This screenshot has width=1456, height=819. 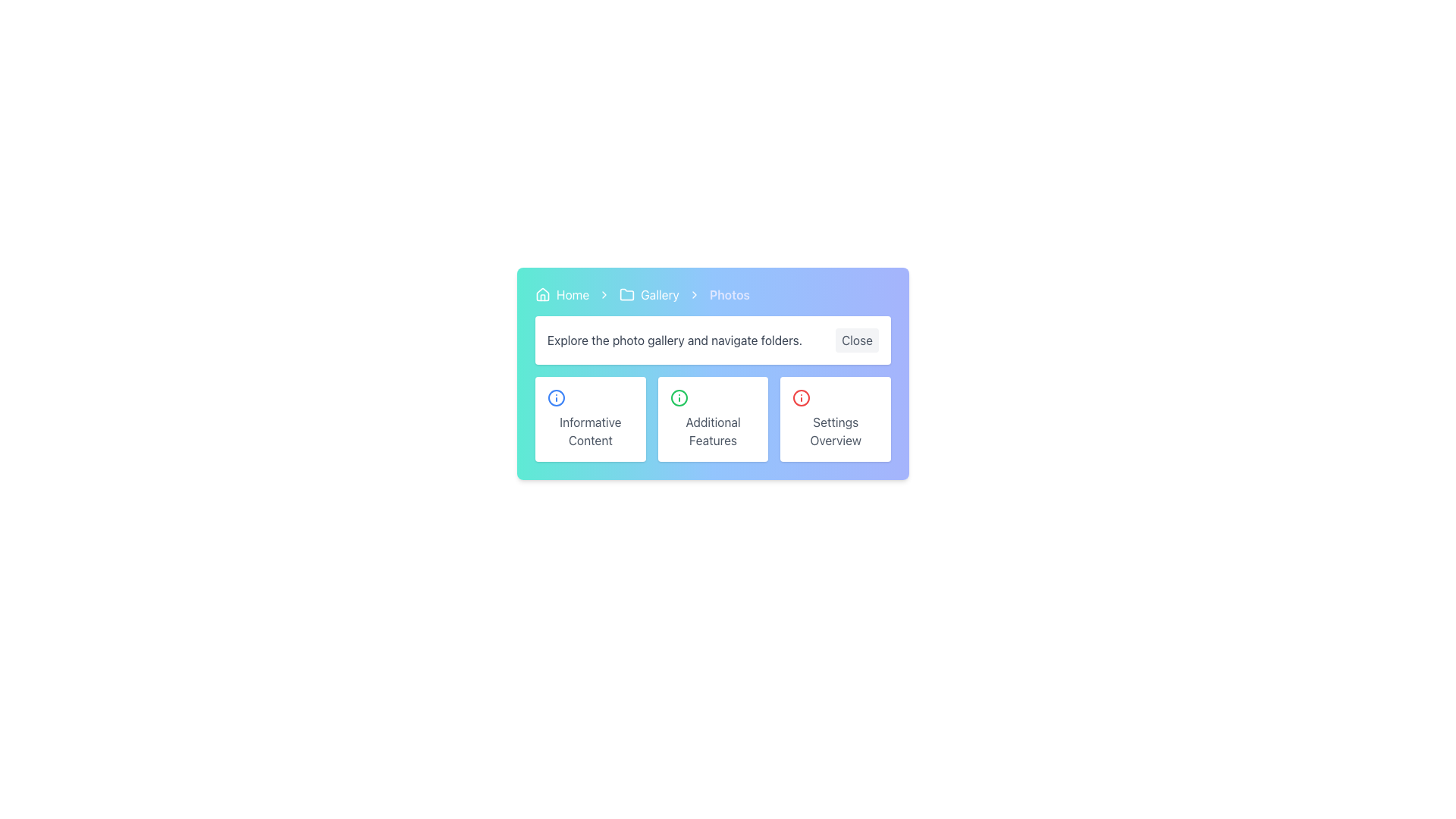 I want to click on the 'Home' text label in the breadcrumb navigation, which is positioned beside a house icon and has a plain white font on a gradient blue background, so click(x=572, y=295).